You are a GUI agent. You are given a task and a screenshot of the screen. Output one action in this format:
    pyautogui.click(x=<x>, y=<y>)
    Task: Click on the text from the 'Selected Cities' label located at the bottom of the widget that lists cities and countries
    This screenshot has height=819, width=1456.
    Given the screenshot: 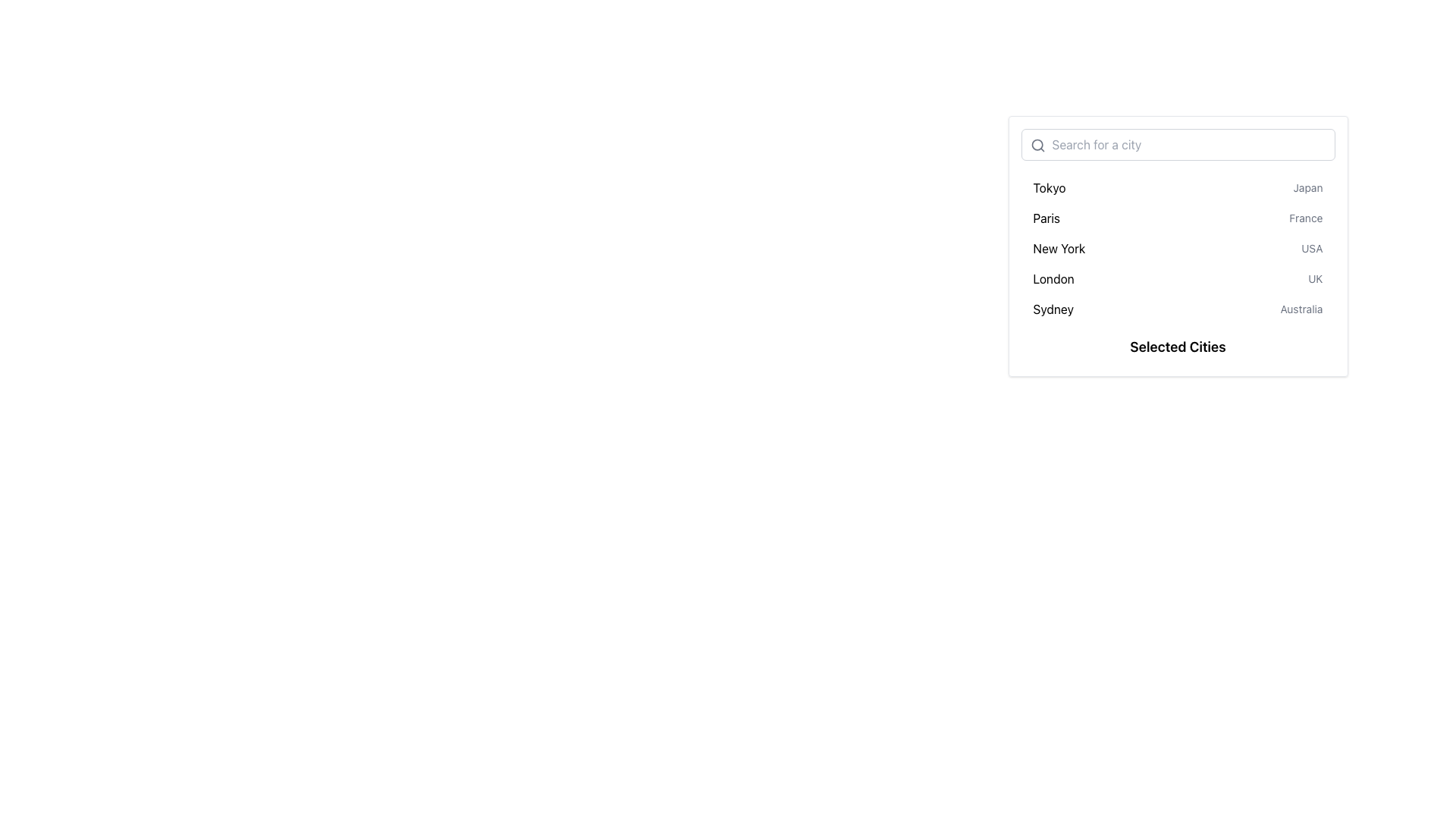 What is the action you would take?
    pyautogui.click(x=1177, y=347)
    